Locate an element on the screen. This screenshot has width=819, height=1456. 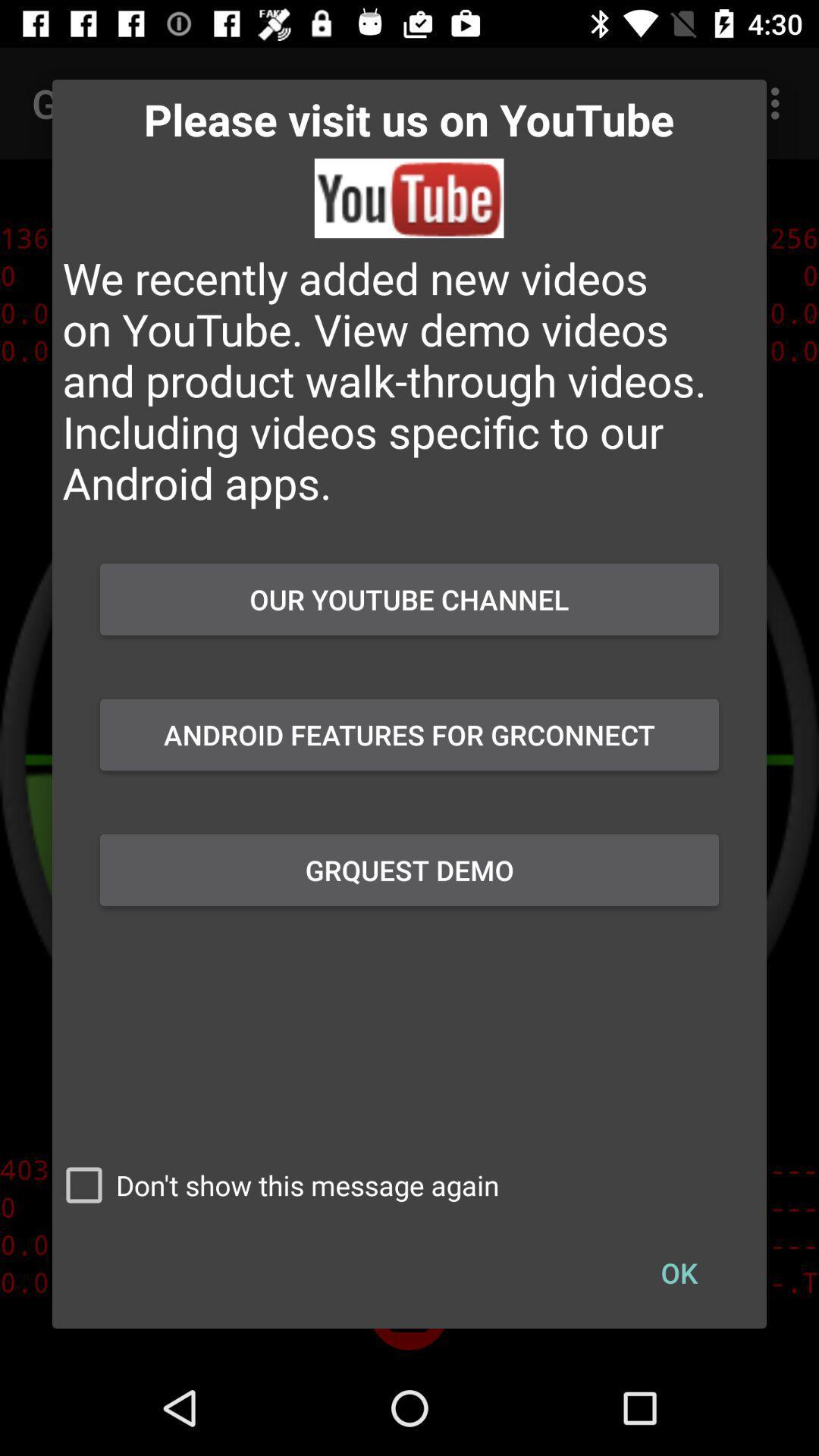
the button to the left of ok item is located at coordinates (275, 1185).